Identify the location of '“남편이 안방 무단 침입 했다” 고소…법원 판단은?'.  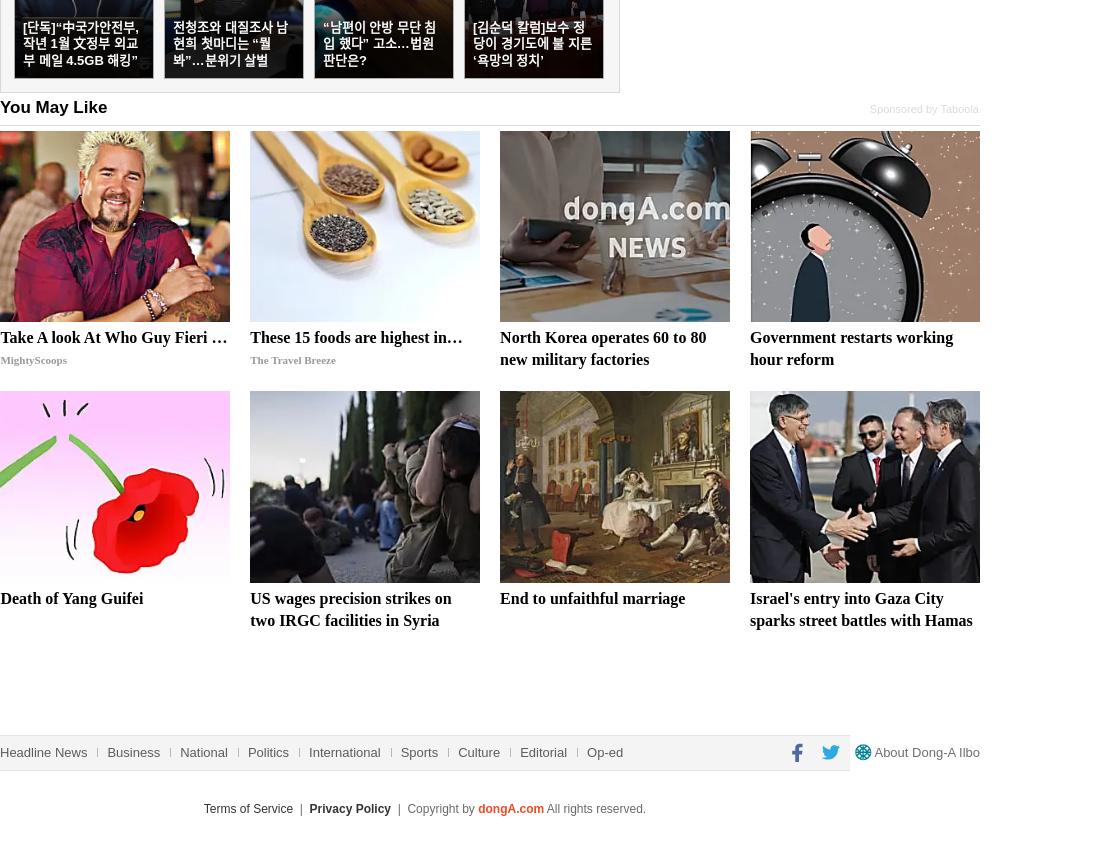
(379, 43).